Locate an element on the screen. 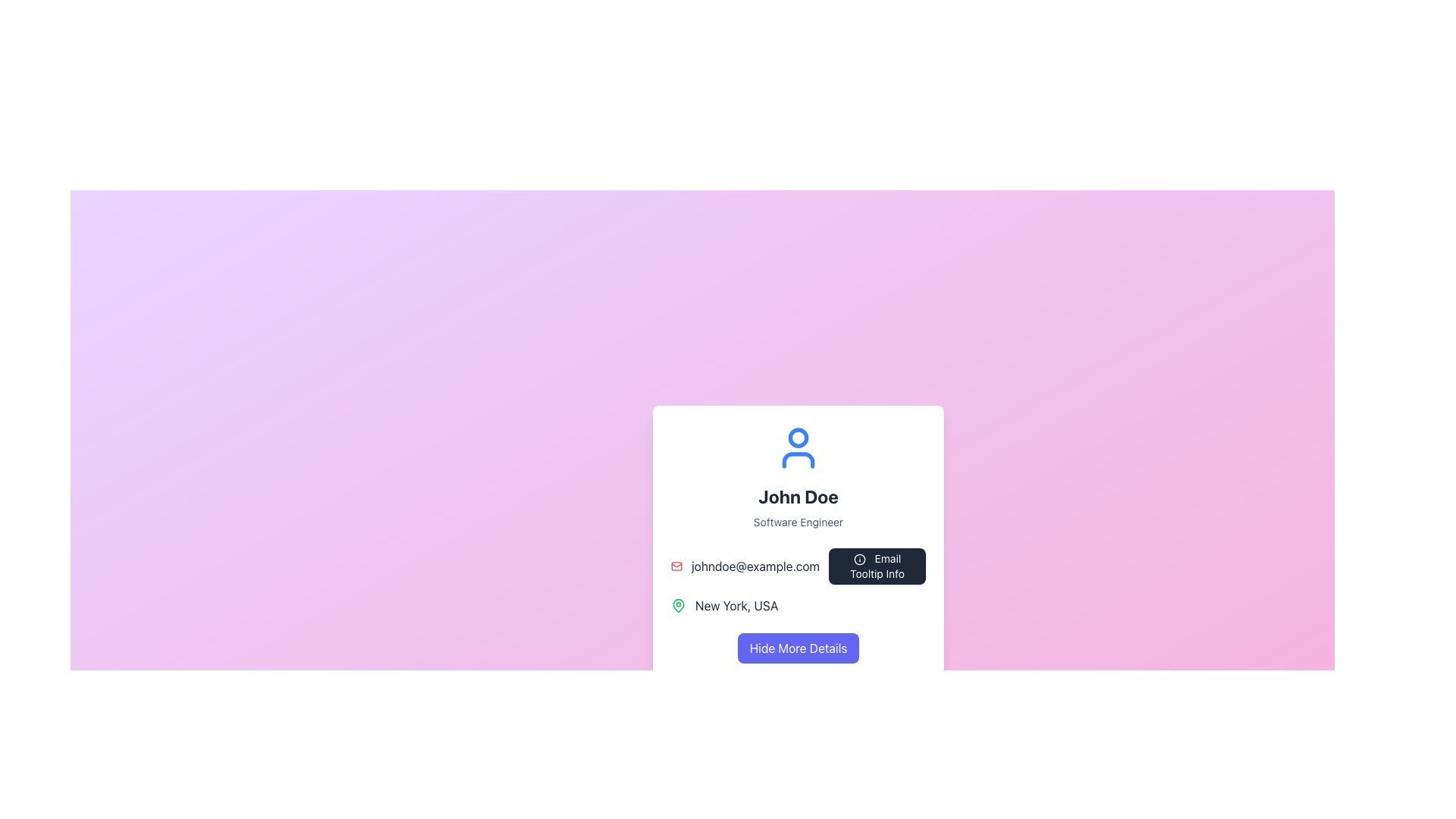 This screenshot has width=1456, height=819. the stylized user icon with a blue outline located at the top of the card layout, centered above the name 'John Doe' and the text 'Software Engineer' is located at coordinates (797, 447).